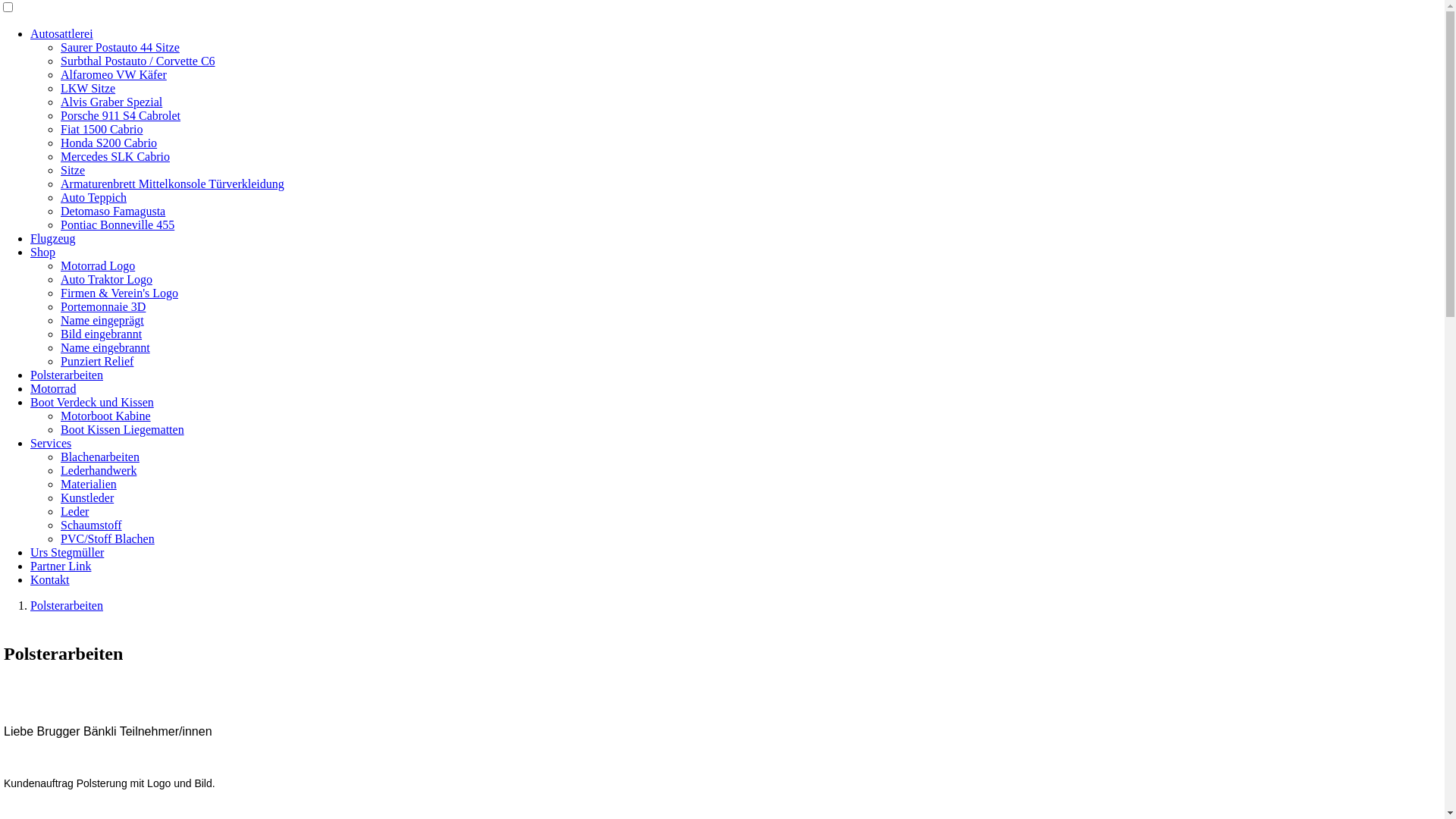 The width and height of the screenshot is (1456, 819). Describe the element at coordinates (107, 538) in the screenshot. I see `'PVC/Stoff Blachen'` at that location.